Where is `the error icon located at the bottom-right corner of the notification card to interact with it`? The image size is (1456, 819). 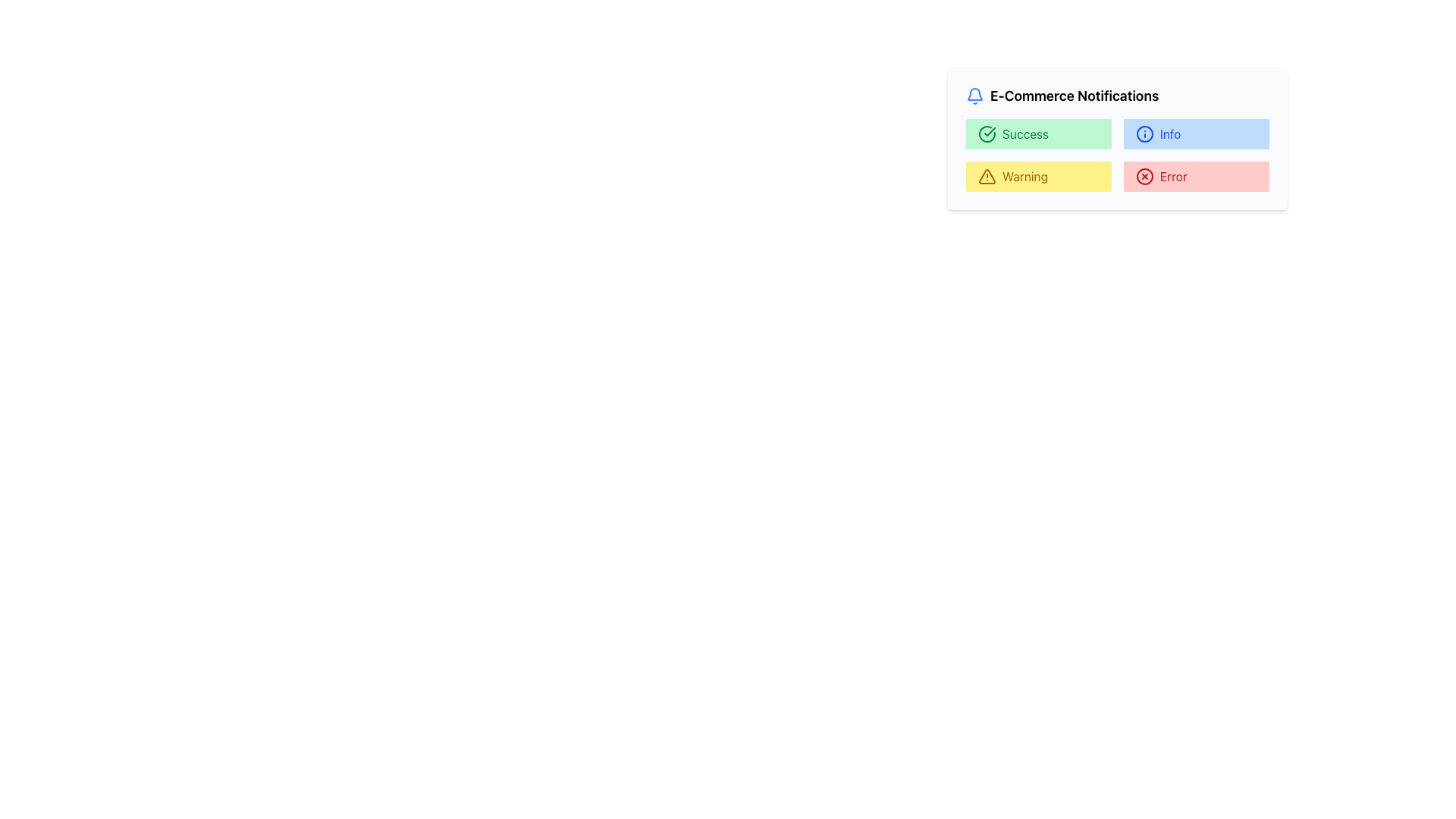
the error icon located at the bottom-right corner of the notification card to interact with it is located at coordinates (1145, 175).